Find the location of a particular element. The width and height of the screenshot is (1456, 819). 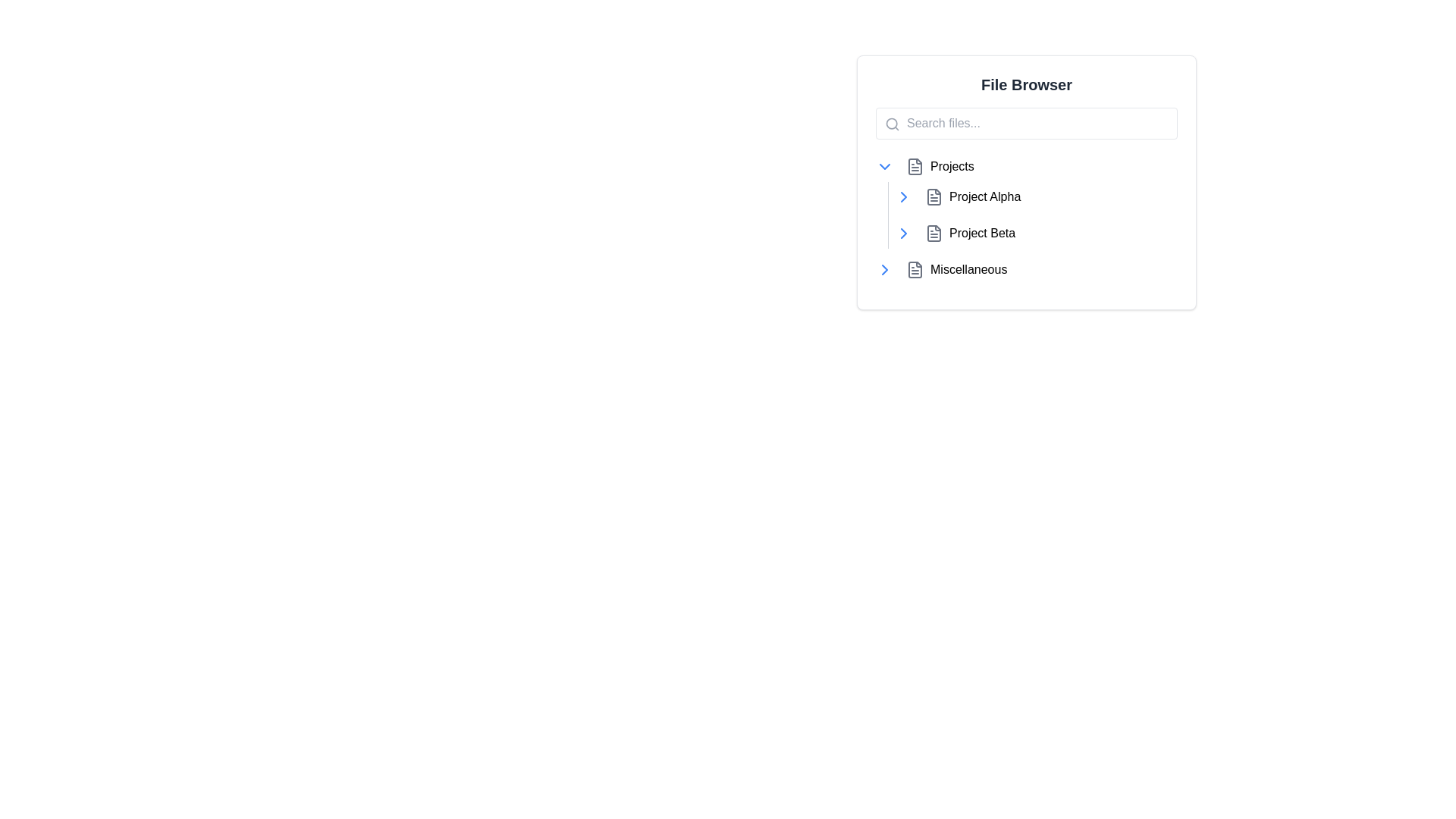

the 'Projects' button located in the 'File Browser' section is located at coordinates (939, 166).